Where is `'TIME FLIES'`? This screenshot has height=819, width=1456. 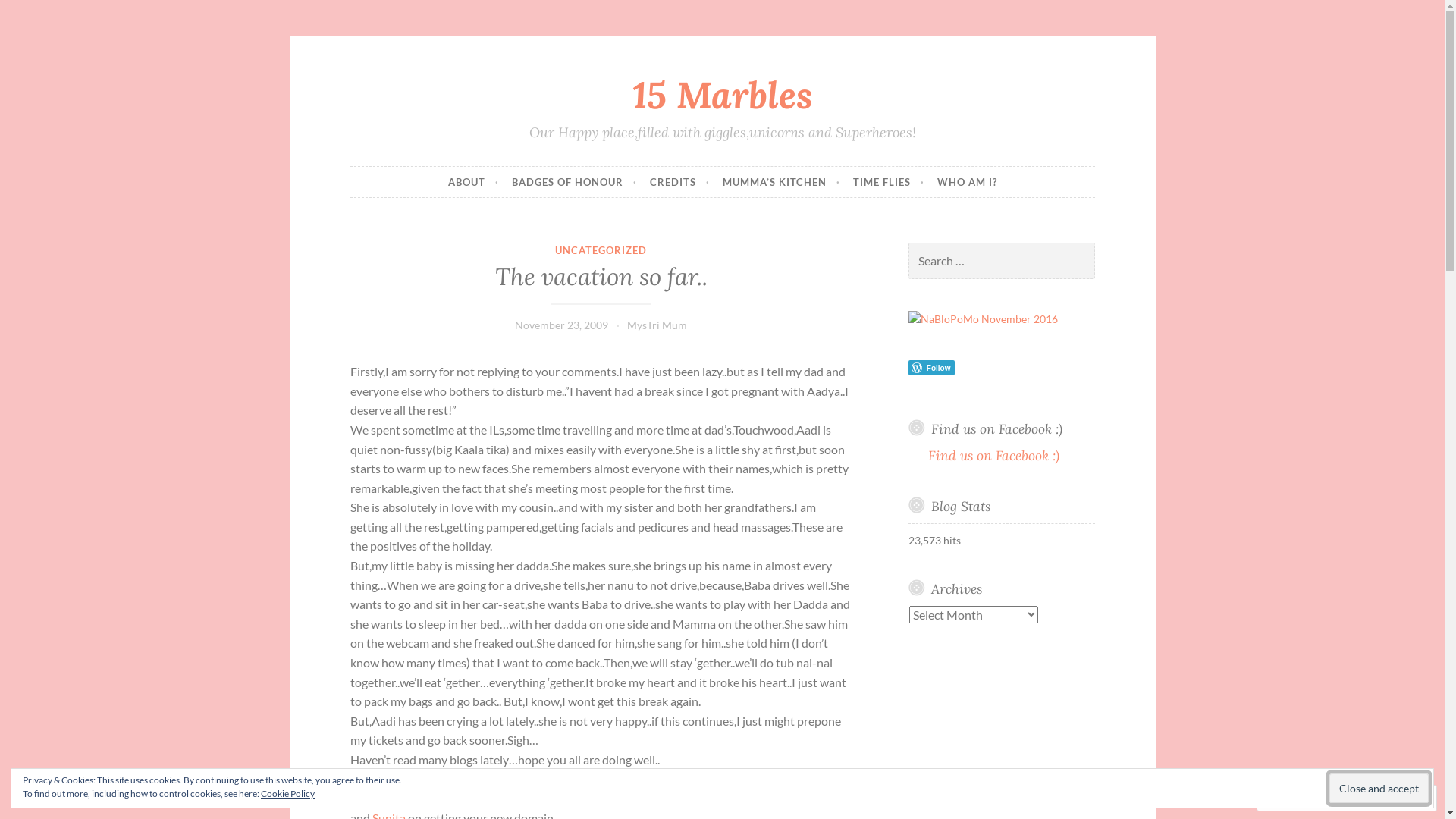 'TIME FLIES' is located at coordinates (888, 180).